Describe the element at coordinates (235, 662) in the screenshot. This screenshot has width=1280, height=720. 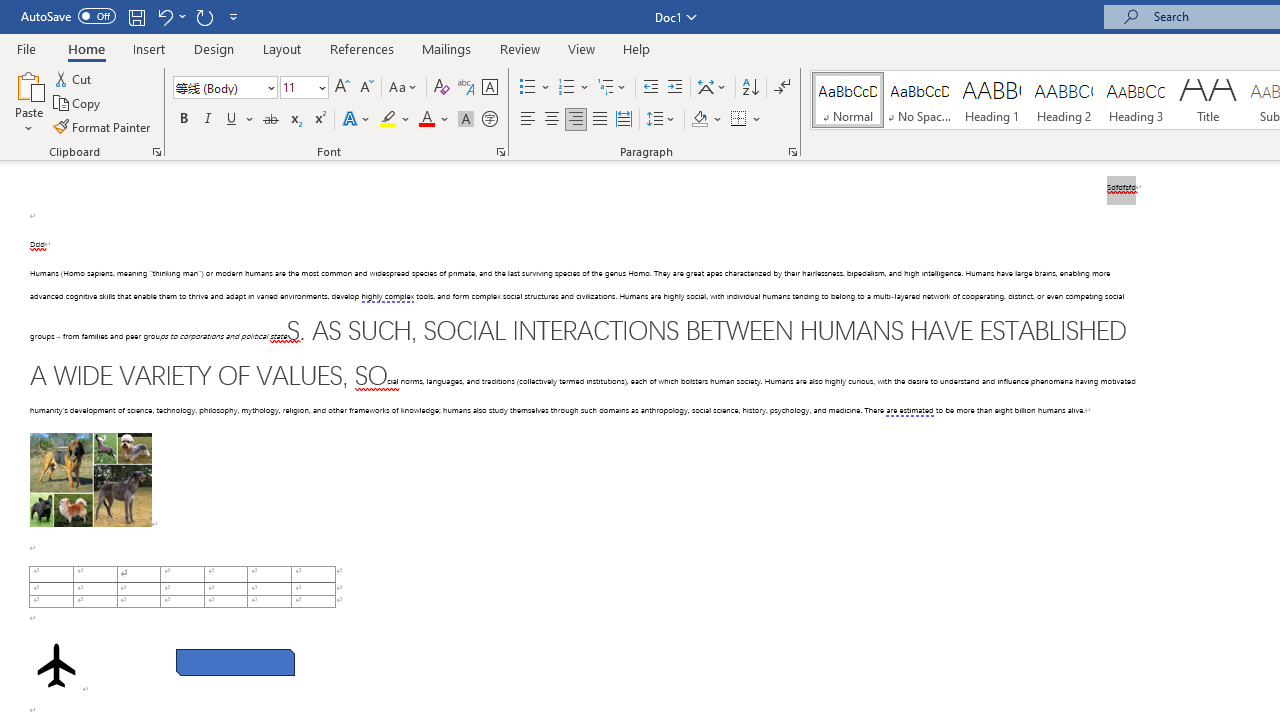
I see `'Rectangle: Diagonal Corners Snipped 2'` at that location.